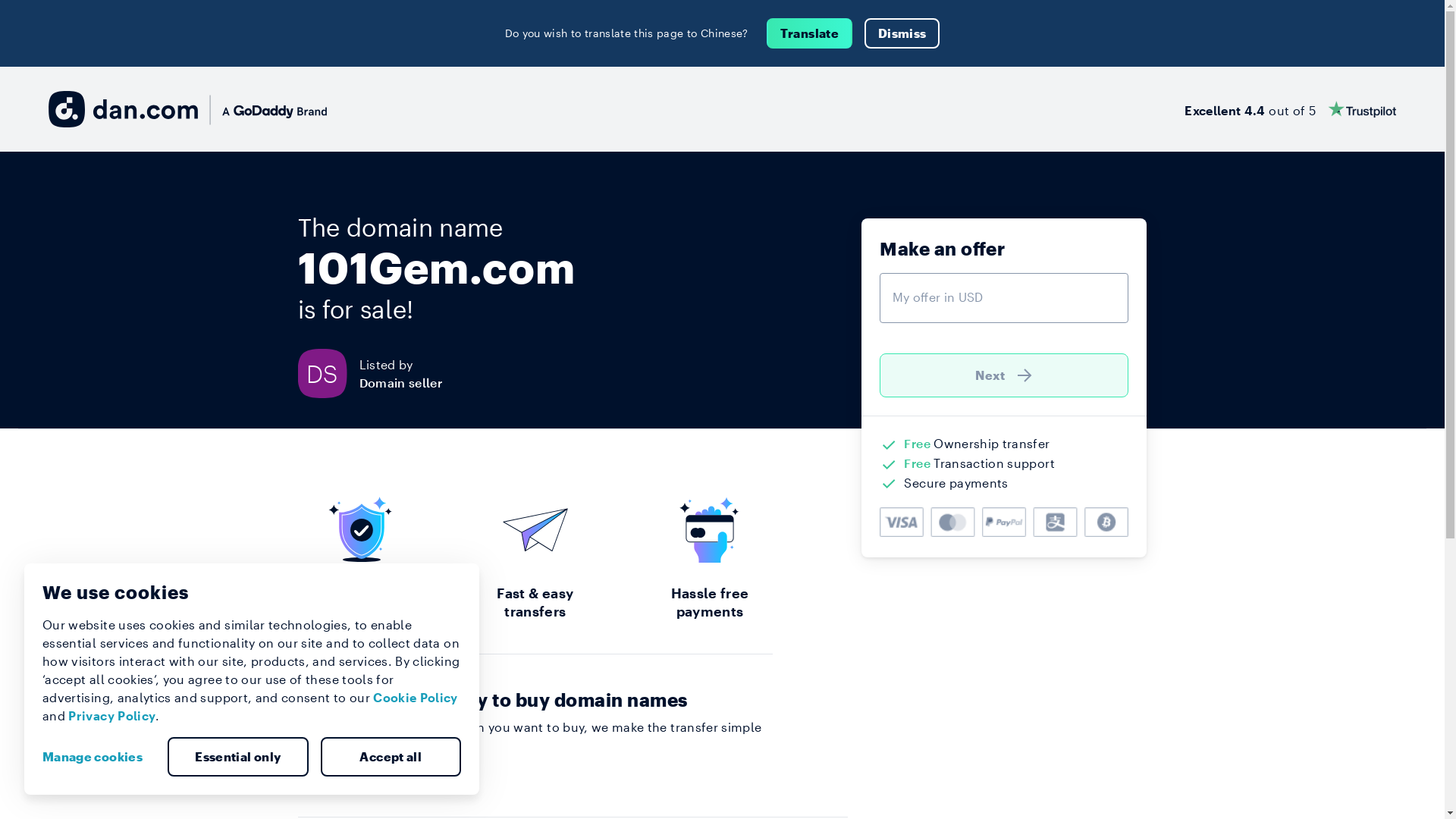  I want to click on 'Privacy Policy', so click(111, 715).